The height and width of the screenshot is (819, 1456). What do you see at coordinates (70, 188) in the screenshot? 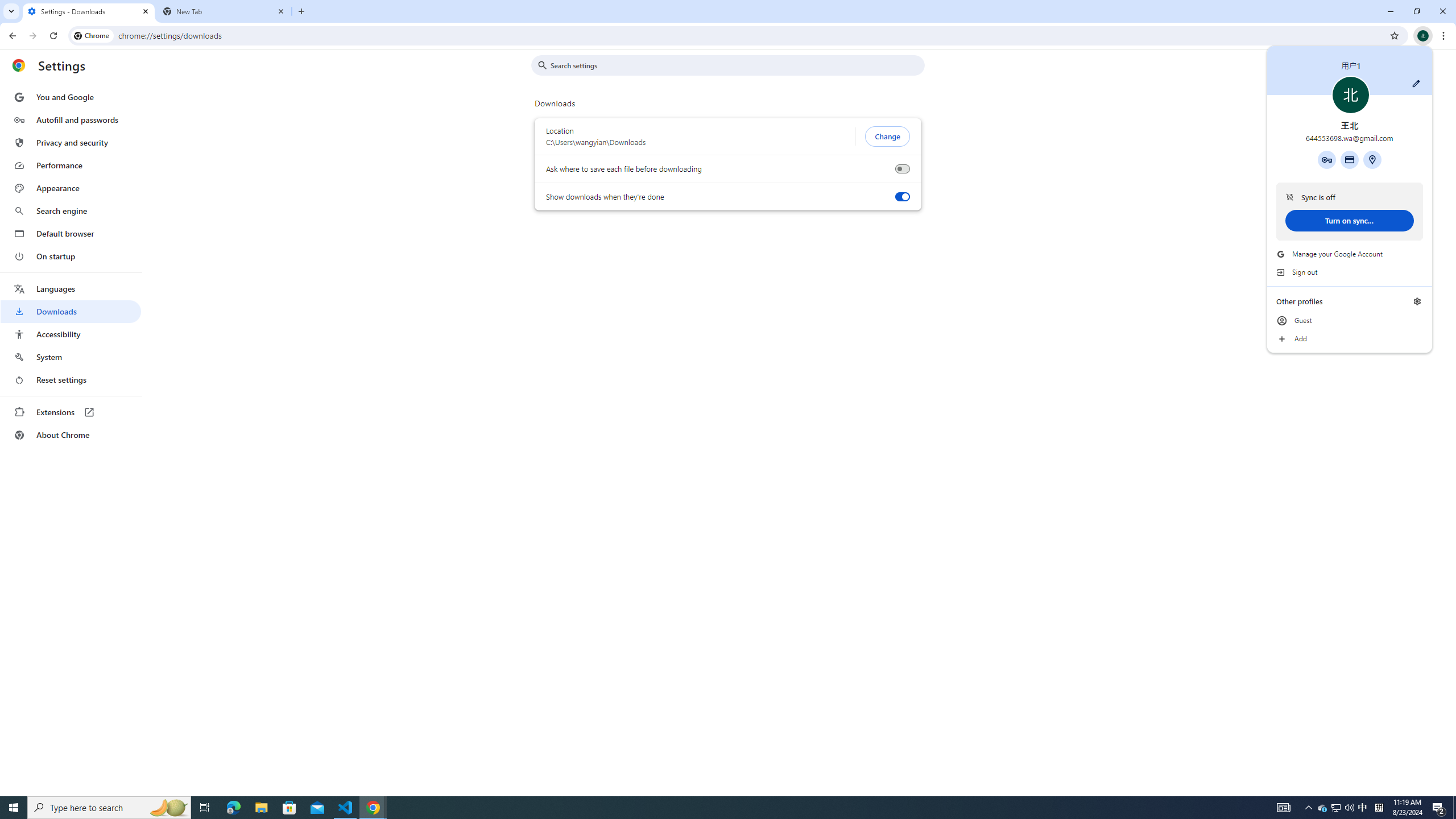
I see `'Appearance'` at bounding box center [70, 188].